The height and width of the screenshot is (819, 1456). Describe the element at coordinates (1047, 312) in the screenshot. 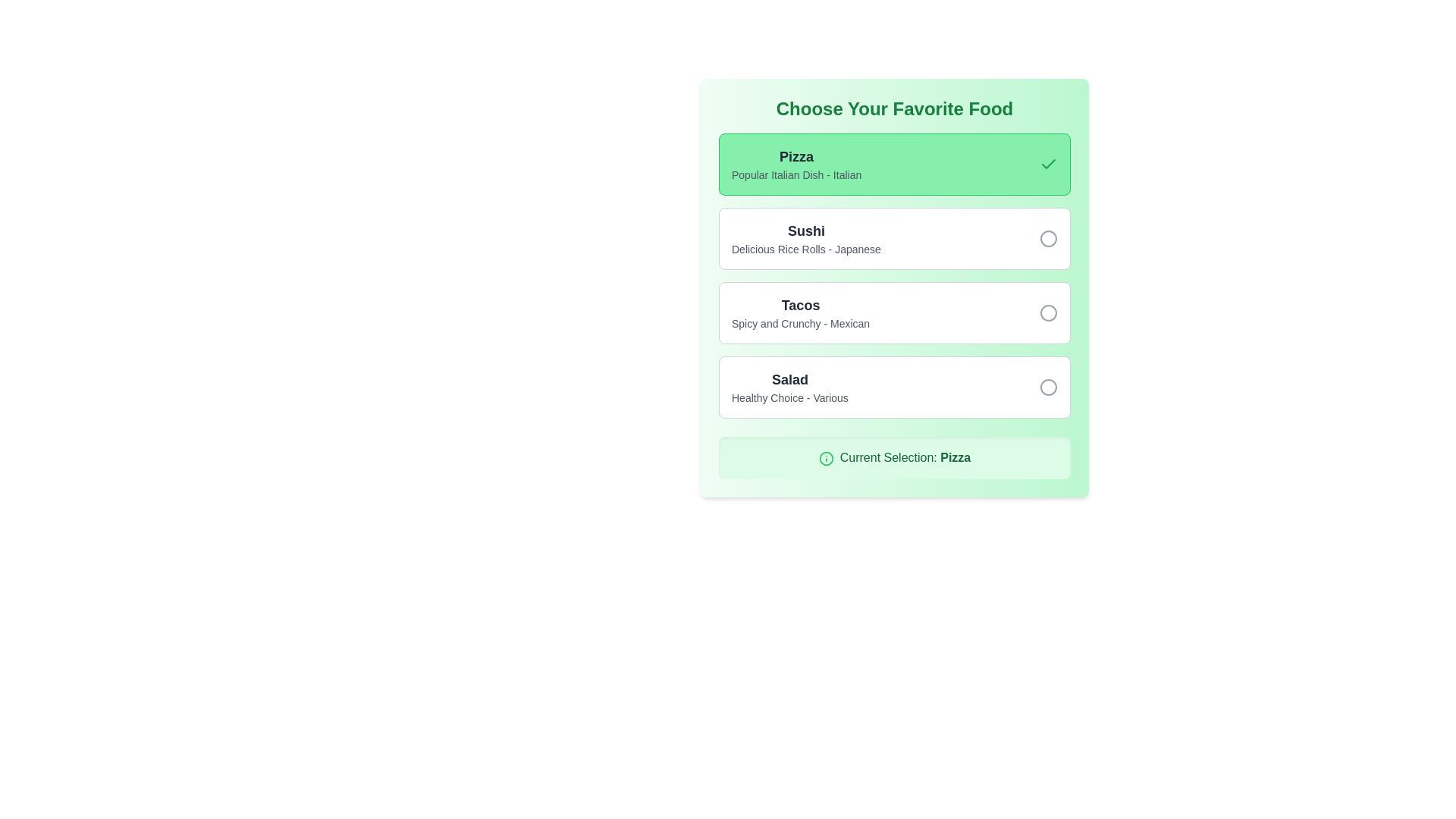

I see `the radio button` at that location.